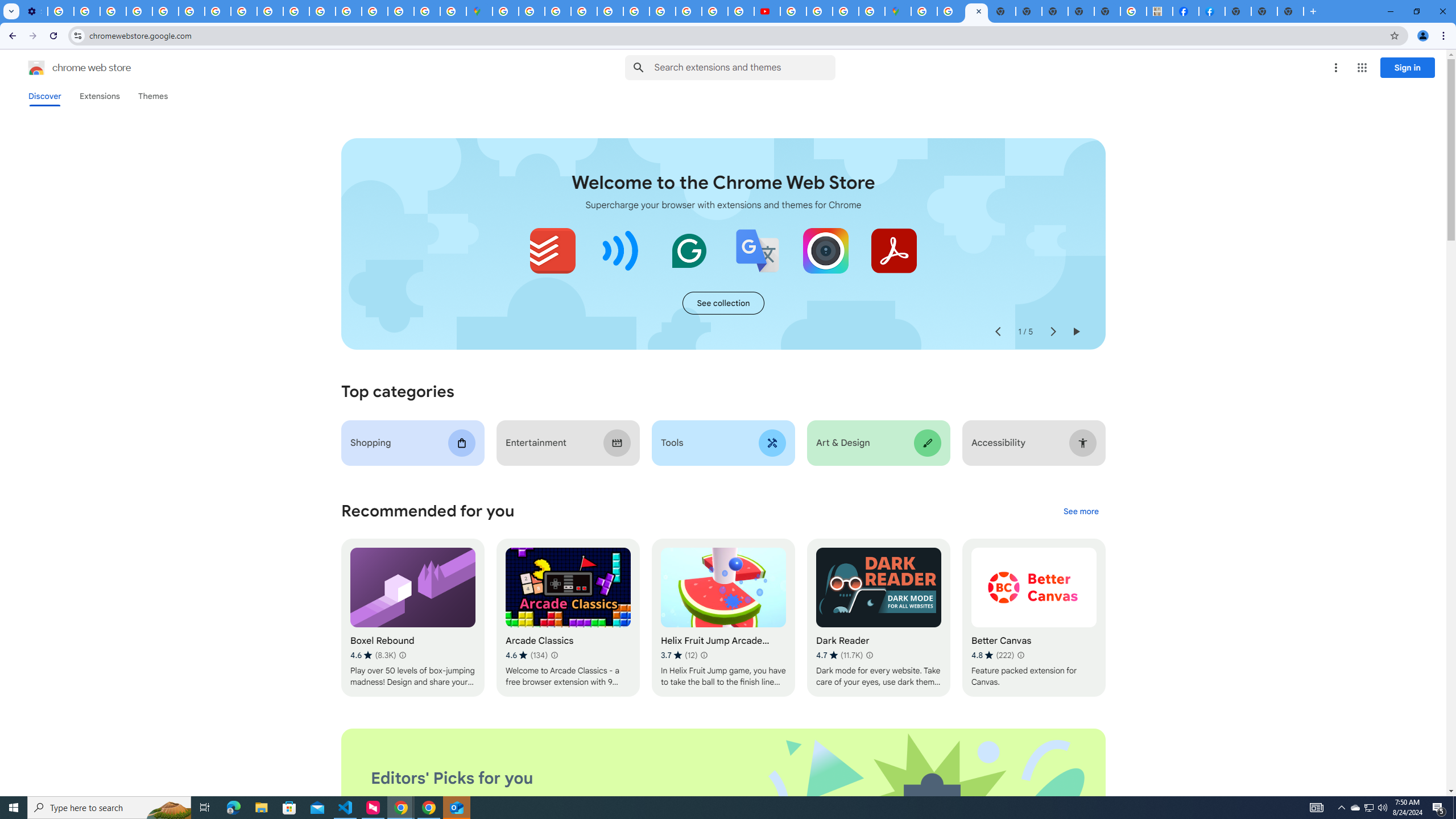  I want to click on 'Dark Reader', so click(878, 617).